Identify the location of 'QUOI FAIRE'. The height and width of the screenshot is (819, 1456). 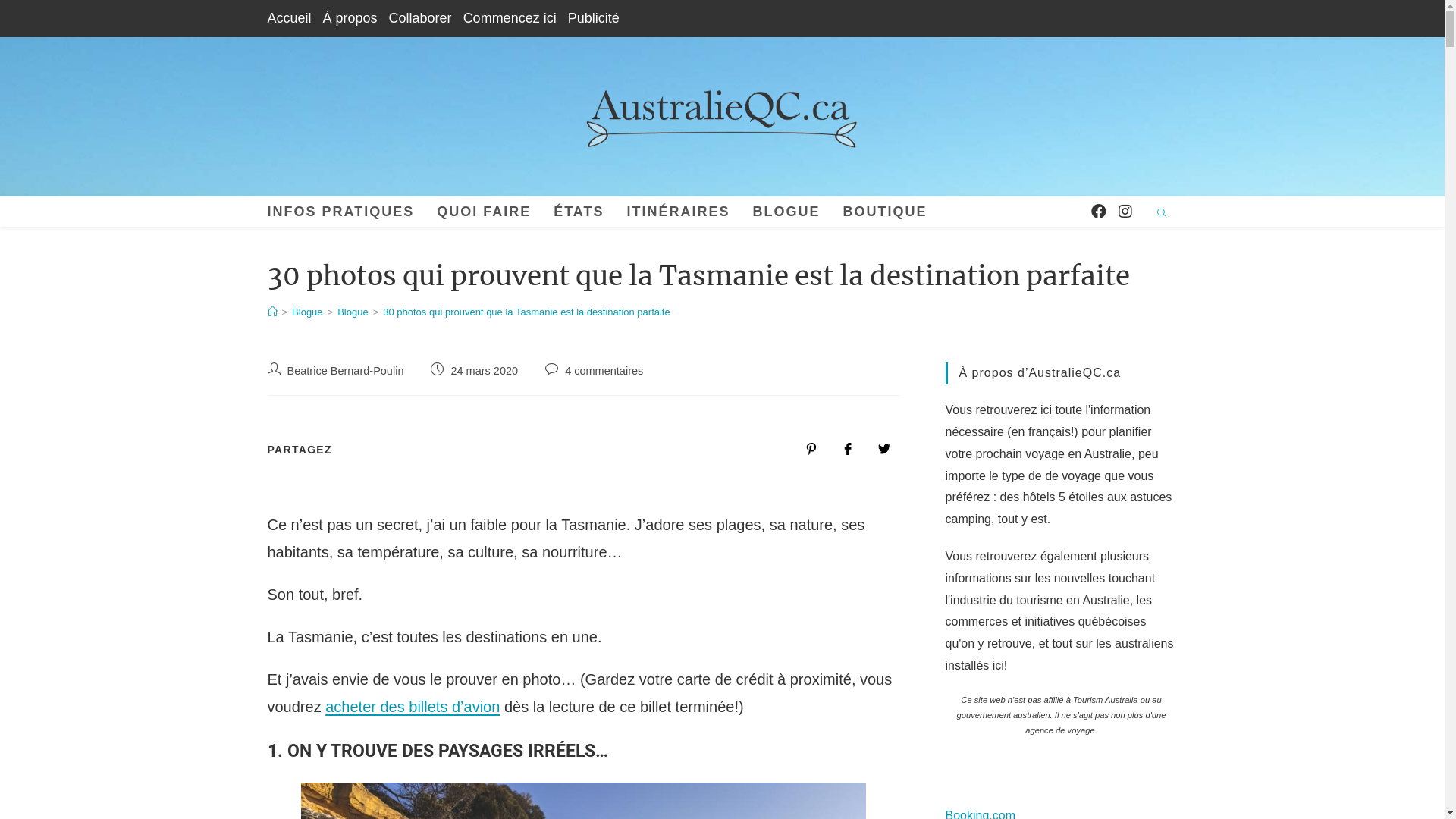
(483, 211).